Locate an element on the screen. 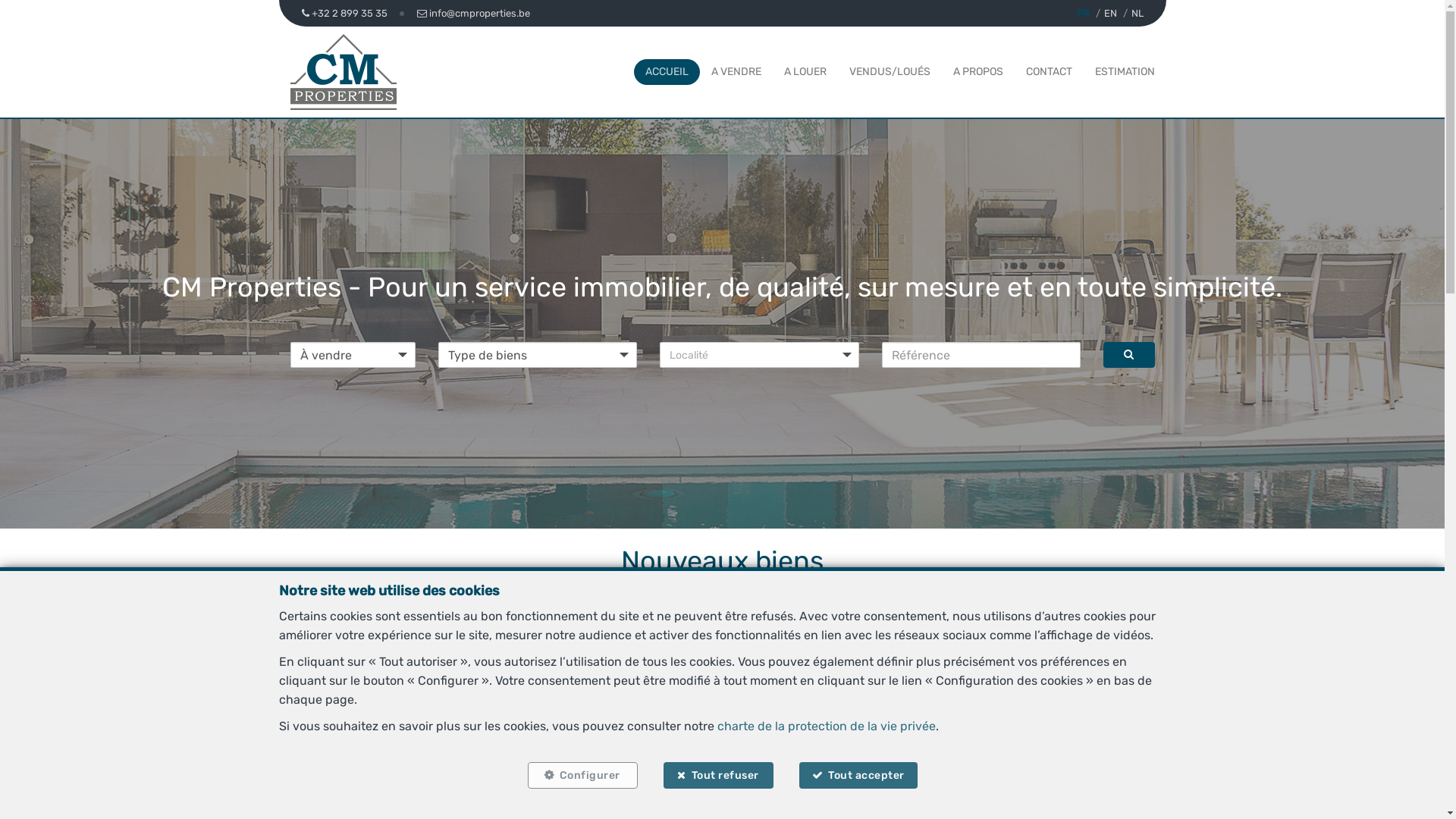  'FR' is located at coordinates (1082, 13).